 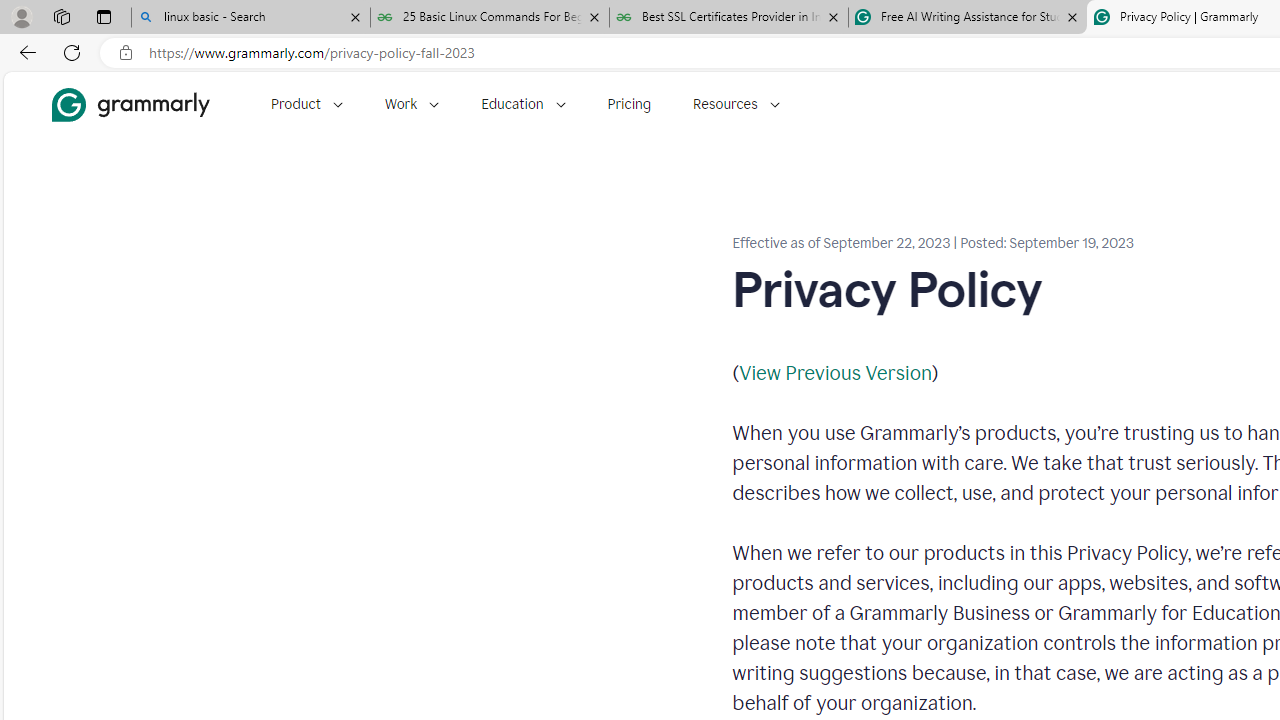 What do you see at coordinates (835, 372) in the screenshot?
I see `'View Previous Version'` at bounding box center [835, 372].